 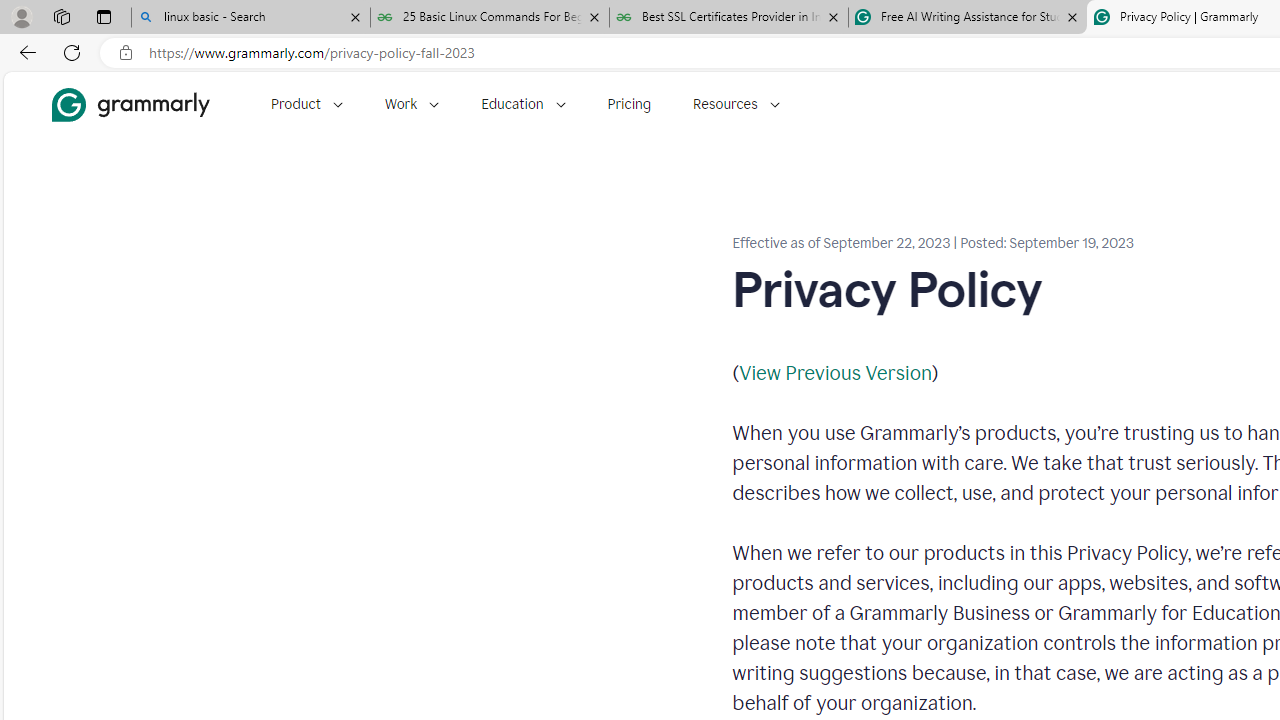 What do you see at coordinates (835, 372) in the screenshot?
I see `'View Previous Version'` at bounding box center [835, 372].